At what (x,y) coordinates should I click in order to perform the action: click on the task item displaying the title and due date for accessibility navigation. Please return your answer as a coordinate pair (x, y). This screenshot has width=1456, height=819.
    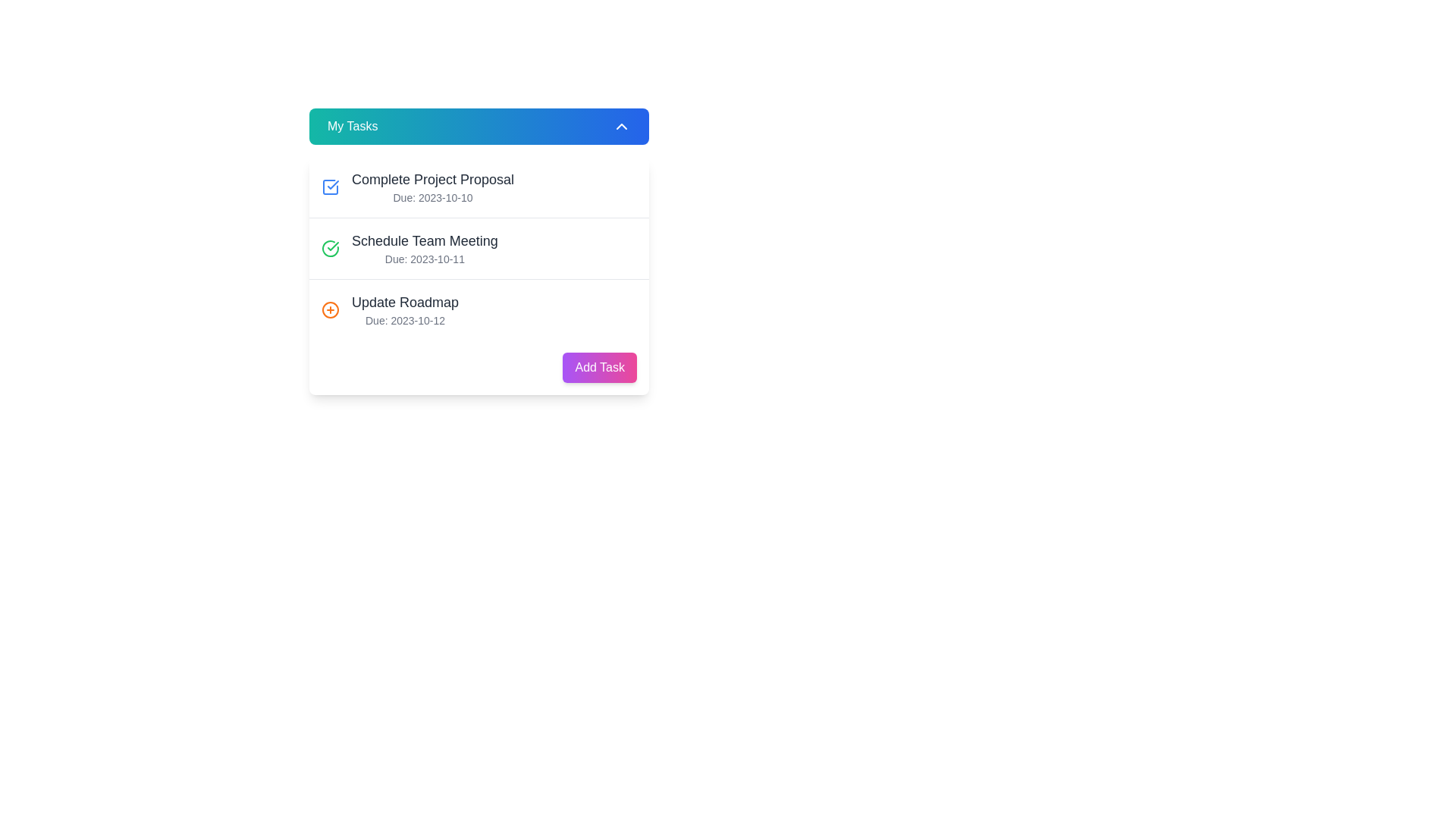
    Looking at the image, I should click on (405, 309).